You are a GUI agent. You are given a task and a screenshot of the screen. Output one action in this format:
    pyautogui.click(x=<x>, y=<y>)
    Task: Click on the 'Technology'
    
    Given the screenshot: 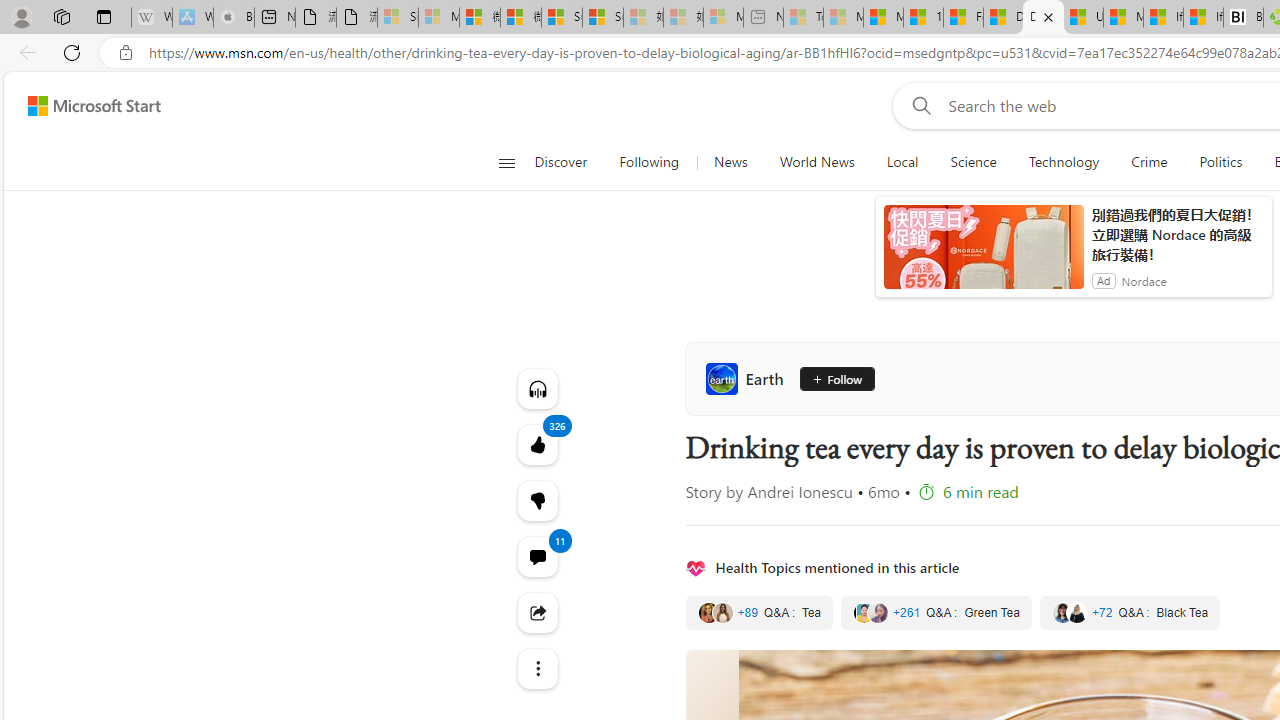 What is the action you would take?
    pyautogui.click(x=1063, y=162)
    